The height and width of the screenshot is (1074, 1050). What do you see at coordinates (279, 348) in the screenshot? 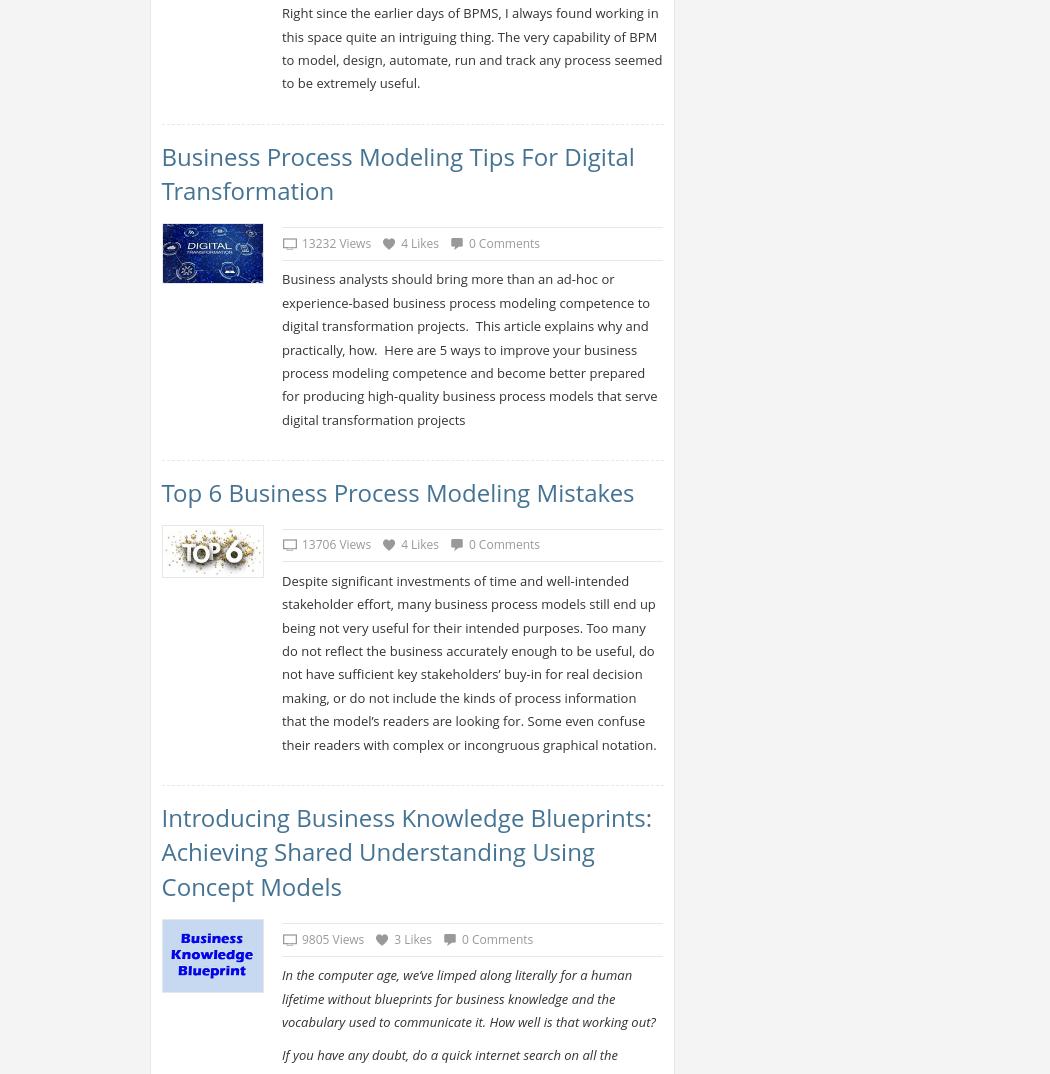
I see `'Business analysts should bring more than an ad-hoc or experience-based business process modeling competence to digital transformation projects.  This article explains why and practically, how.  Here are 5 ways to improve your business process modeling competence and become better prepared for producing high-quality business process models that serve digital transformation projects'` at bounding box center [279, 348].